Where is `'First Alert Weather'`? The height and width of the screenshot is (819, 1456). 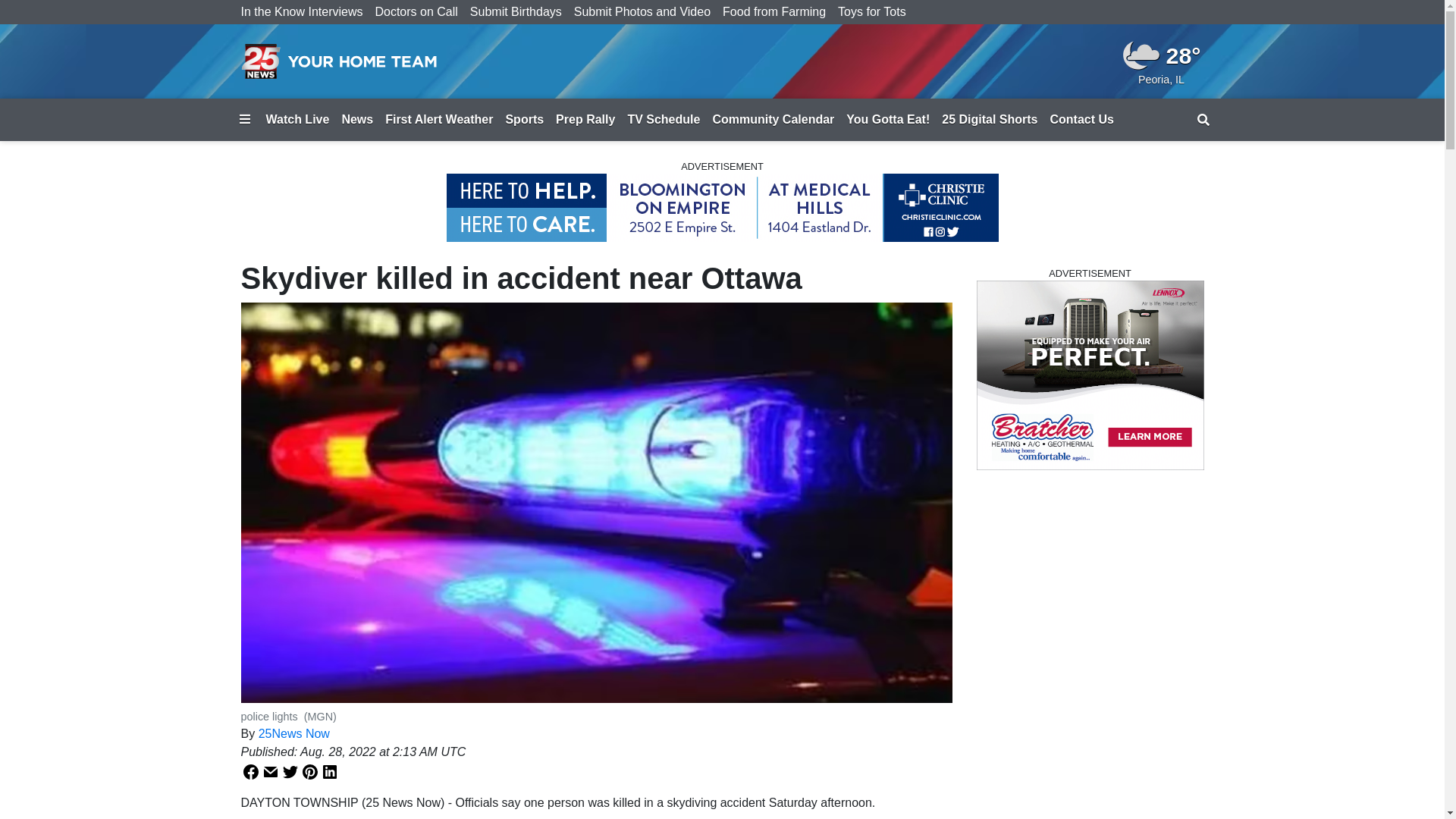
'First Alert Weather' is located at coordinates (438, 119).